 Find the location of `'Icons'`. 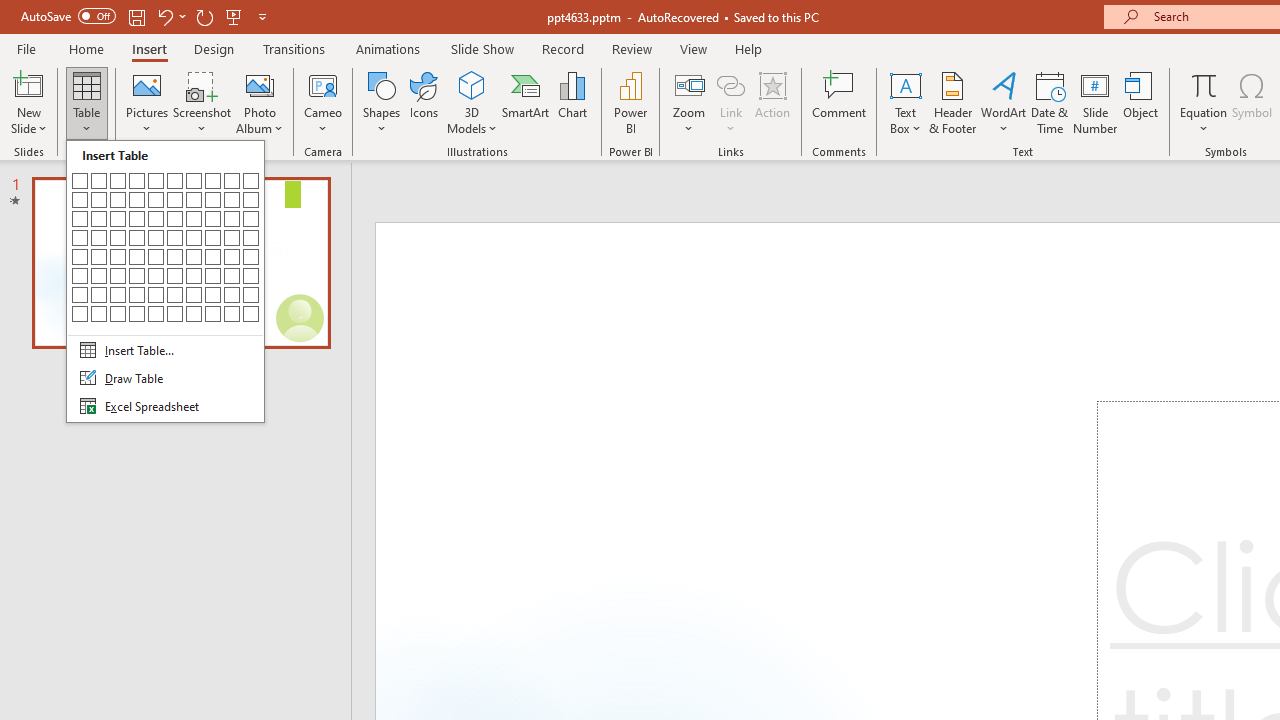

'Icons' is located at coordinates (423, 103).